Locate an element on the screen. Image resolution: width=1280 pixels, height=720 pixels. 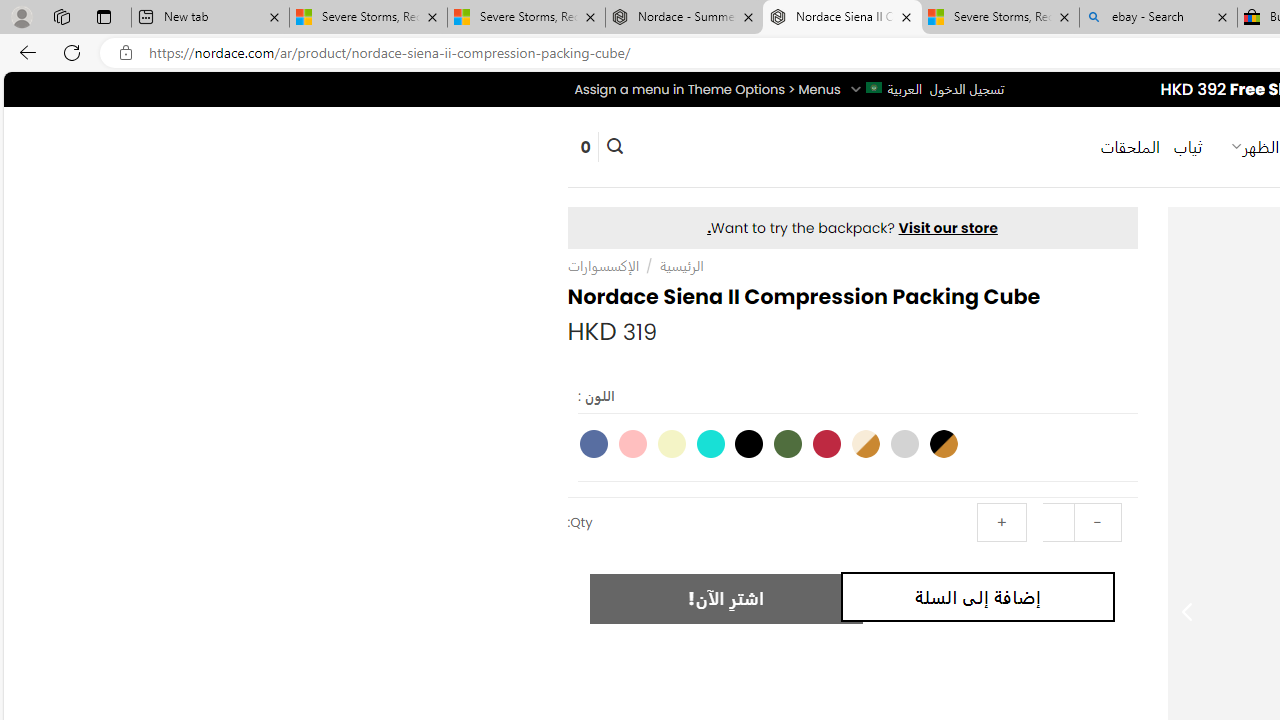
'Assign a menu in Theme Options > Menus' is located at coordinates (707, 88).